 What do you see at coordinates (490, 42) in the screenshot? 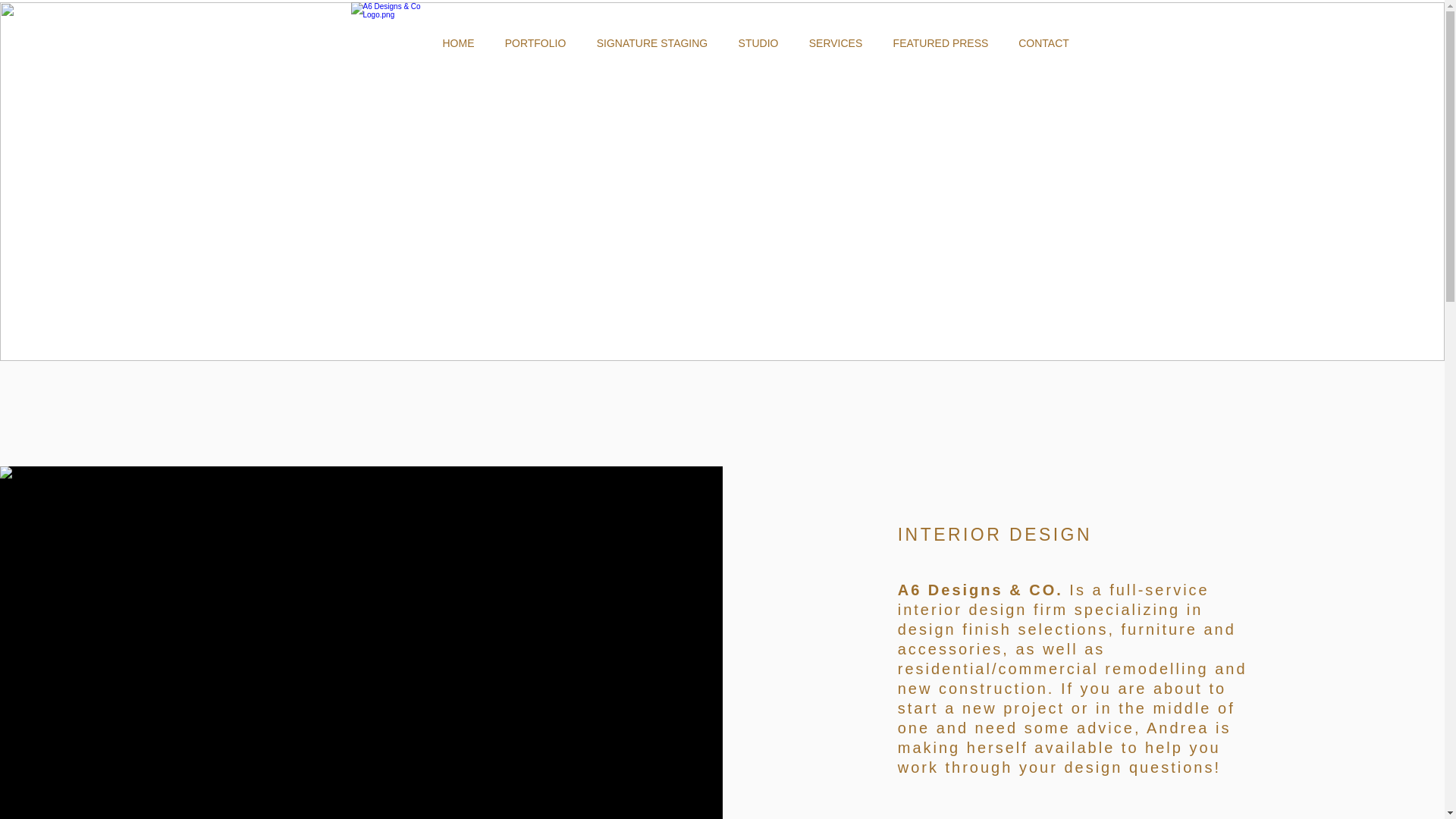
I see `'PORTFOLIO'` at bounding box center [490, 42].